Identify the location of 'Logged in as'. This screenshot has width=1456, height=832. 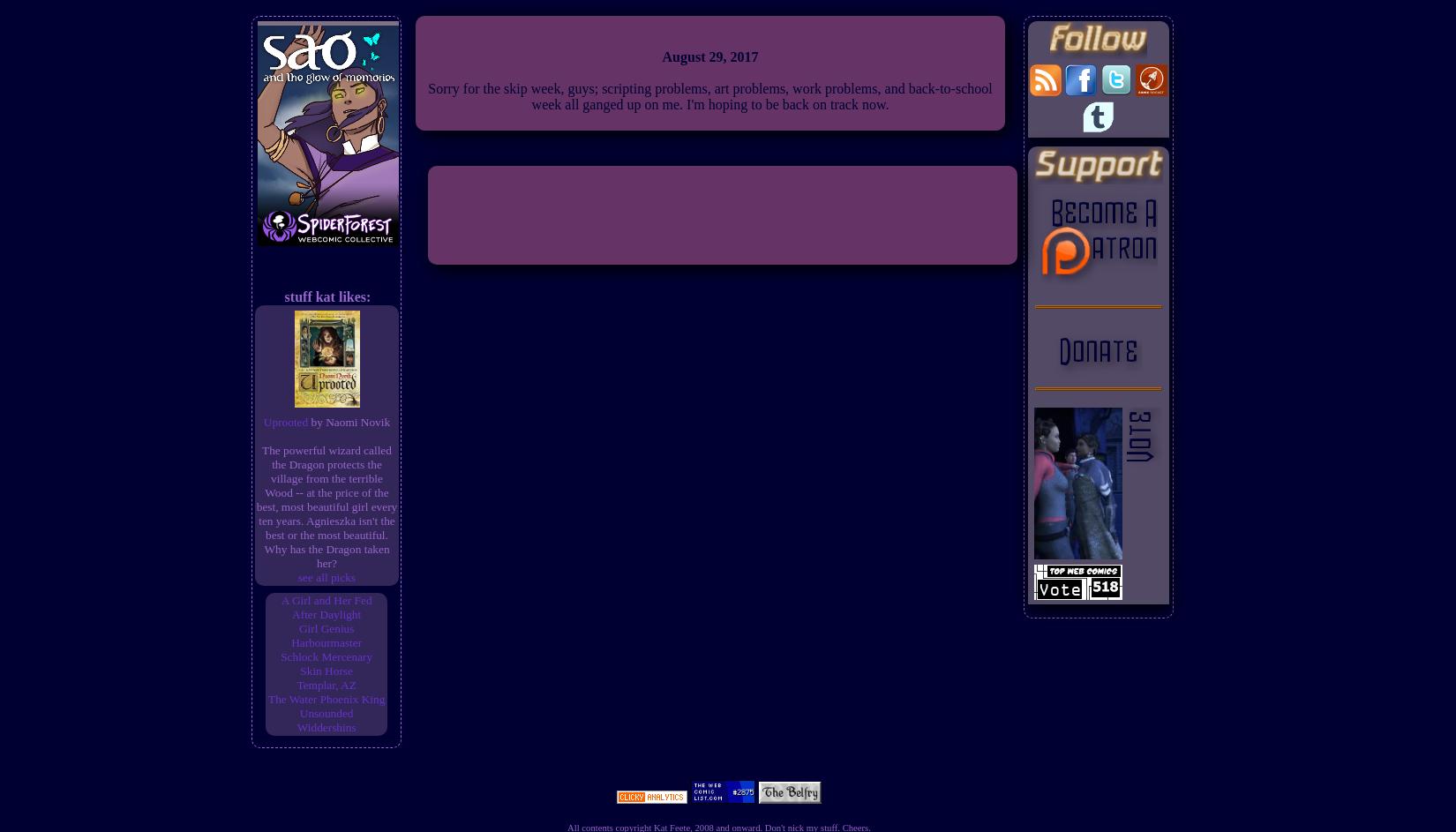
(721, 716).